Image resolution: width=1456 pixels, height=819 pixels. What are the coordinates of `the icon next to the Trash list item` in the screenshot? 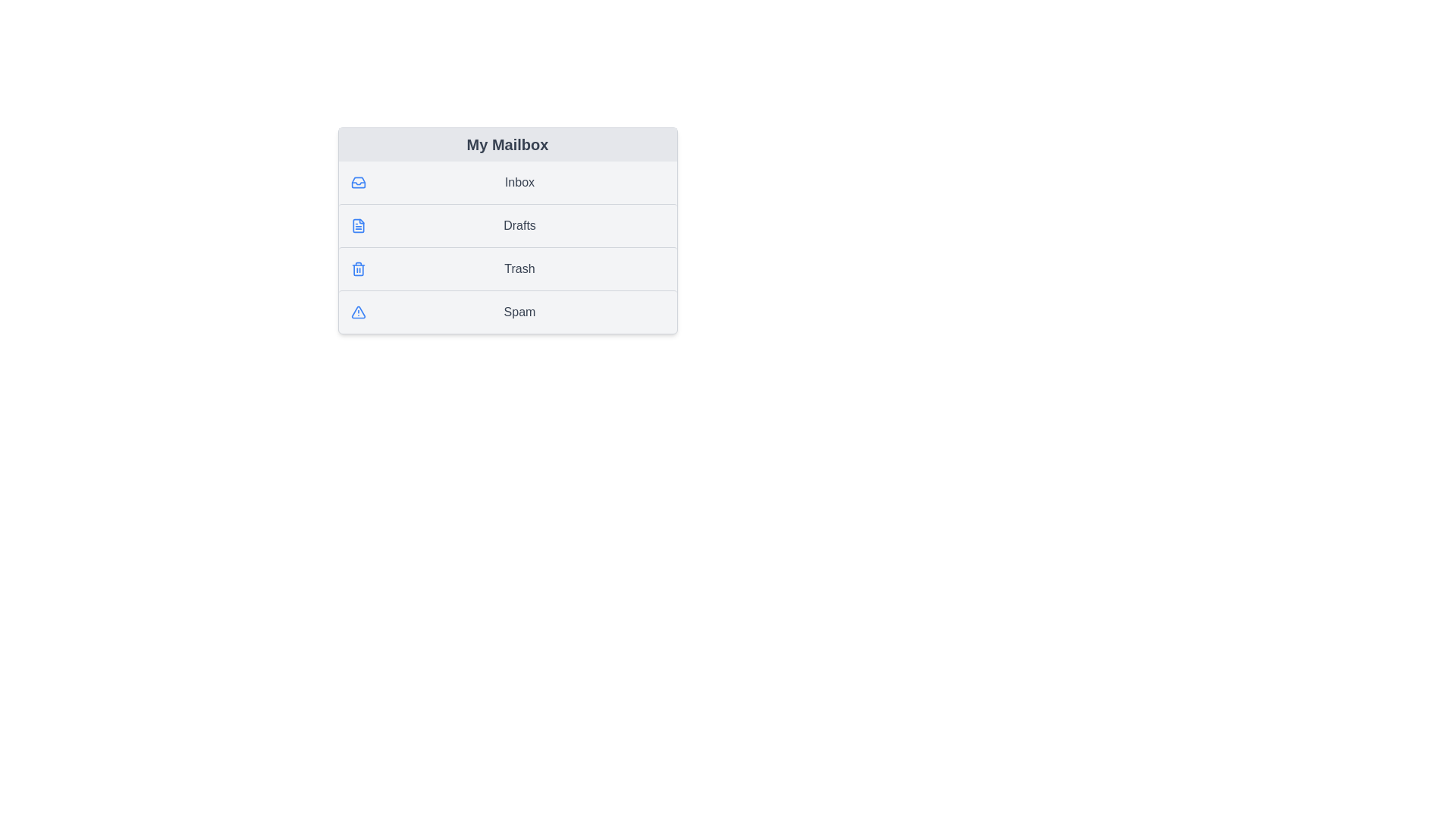 It's located at (357, 268).